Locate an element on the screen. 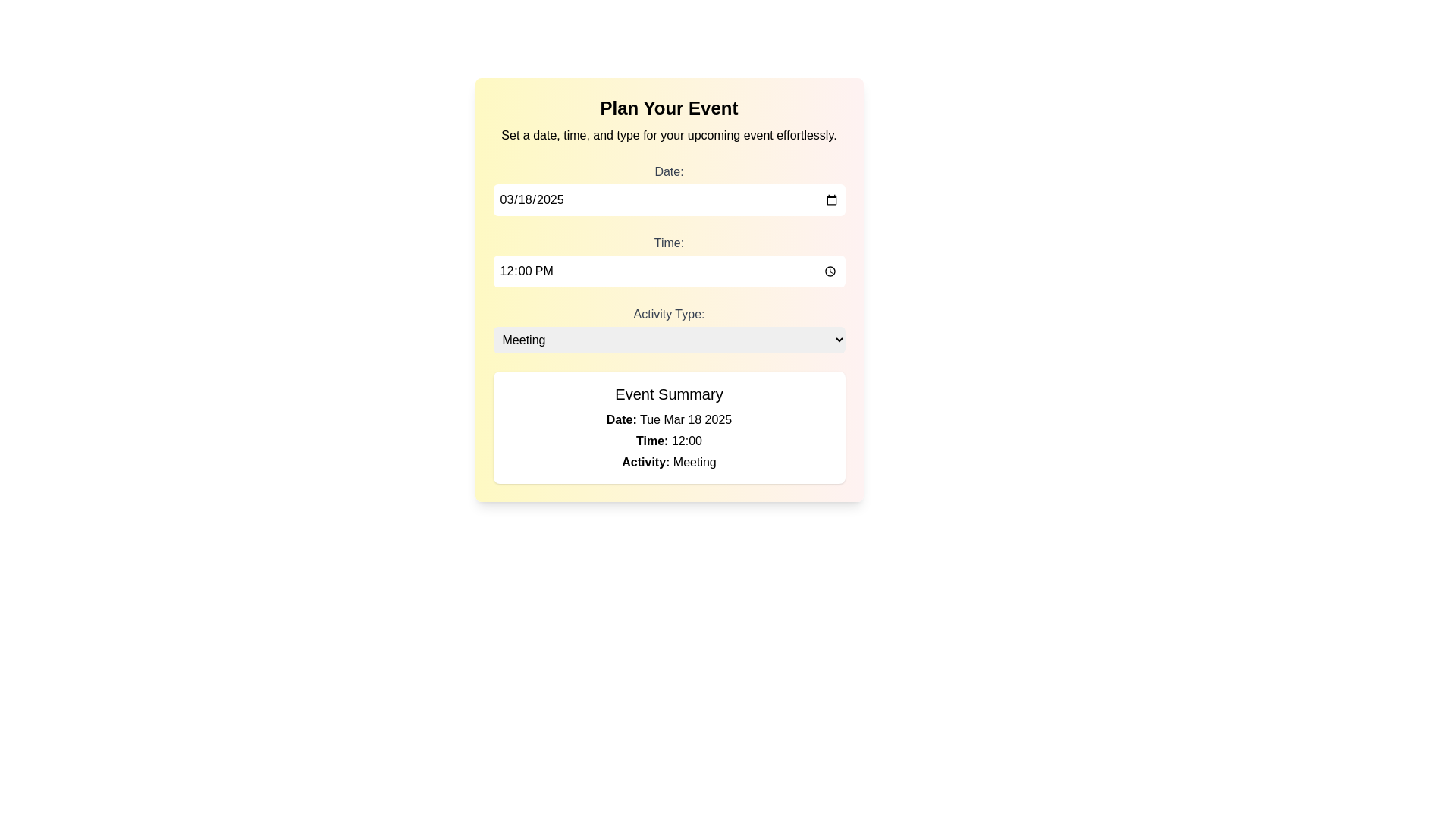  the 'Time:' label, which is styled in bold font and located in the 'Event Summary' section, aligned to the left of the time value '12:00' is located at coordinates (652, 441).